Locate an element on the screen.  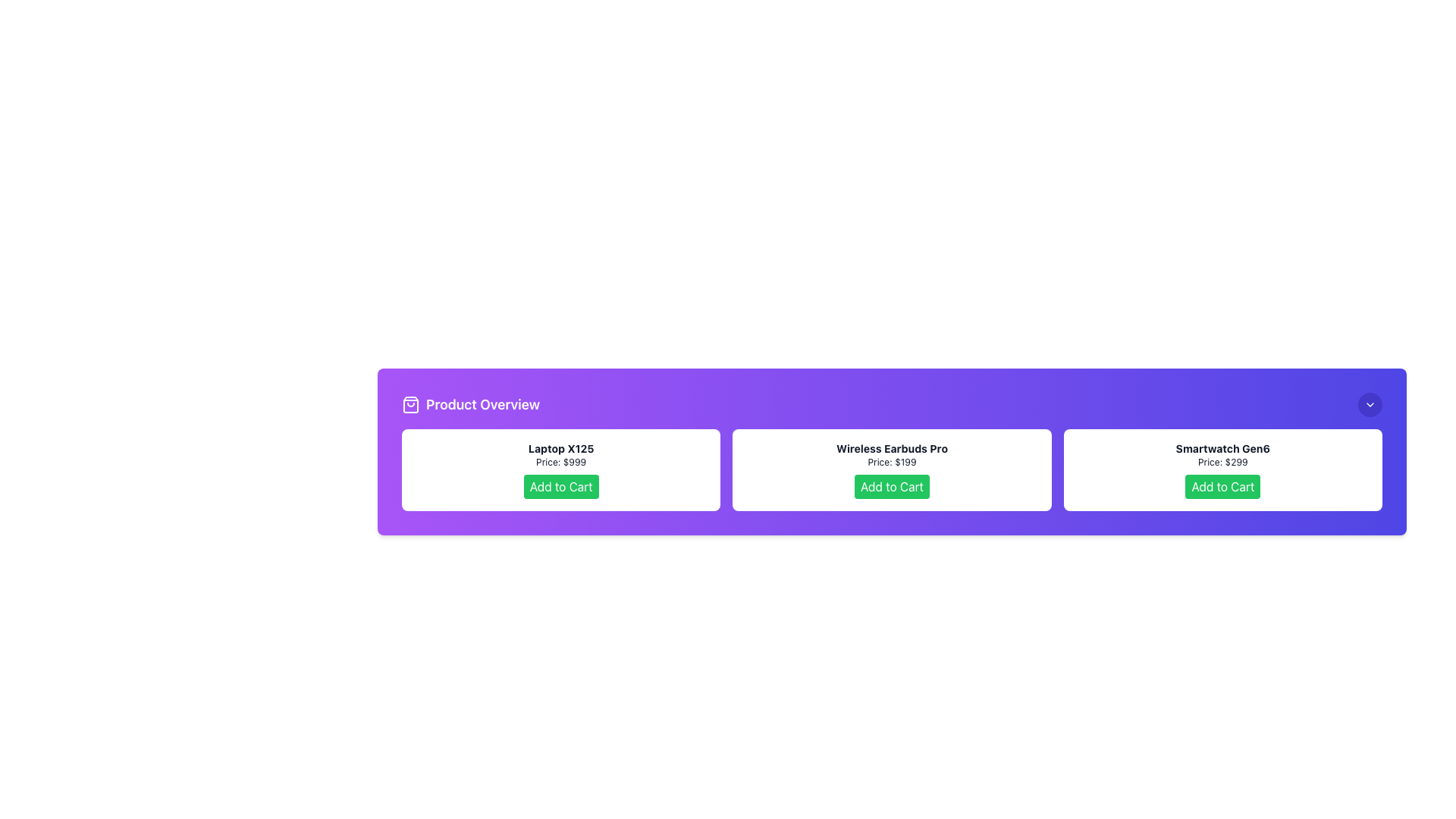
the 'Add to Cart' button for the product 'Laptop X125' is located at coordinates (560, 486).